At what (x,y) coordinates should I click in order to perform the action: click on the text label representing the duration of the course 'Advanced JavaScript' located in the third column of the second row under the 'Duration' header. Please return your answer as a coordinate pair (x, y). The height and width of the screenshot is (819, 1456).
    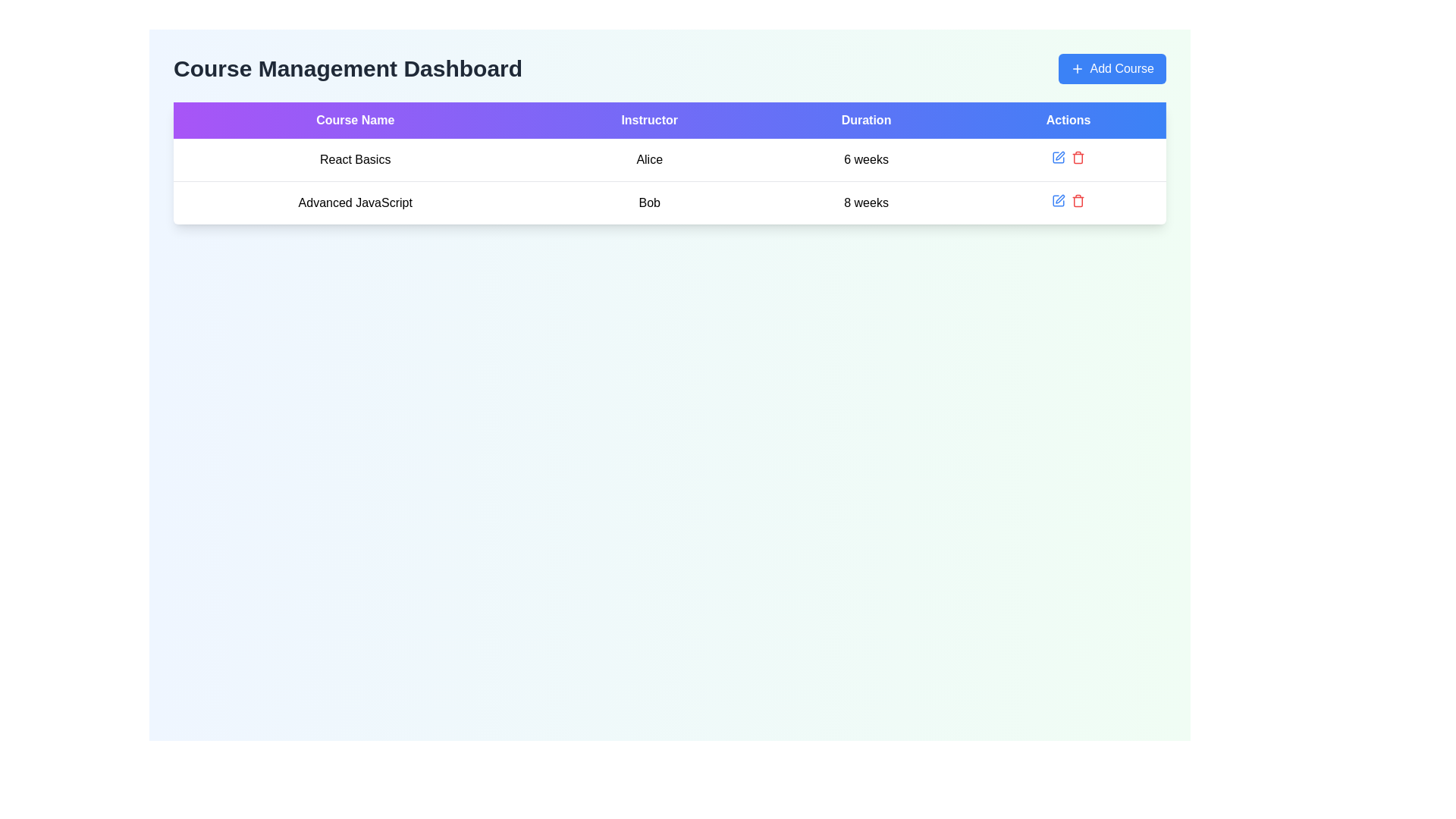
    Looking at the image, I should click on (866, 202).